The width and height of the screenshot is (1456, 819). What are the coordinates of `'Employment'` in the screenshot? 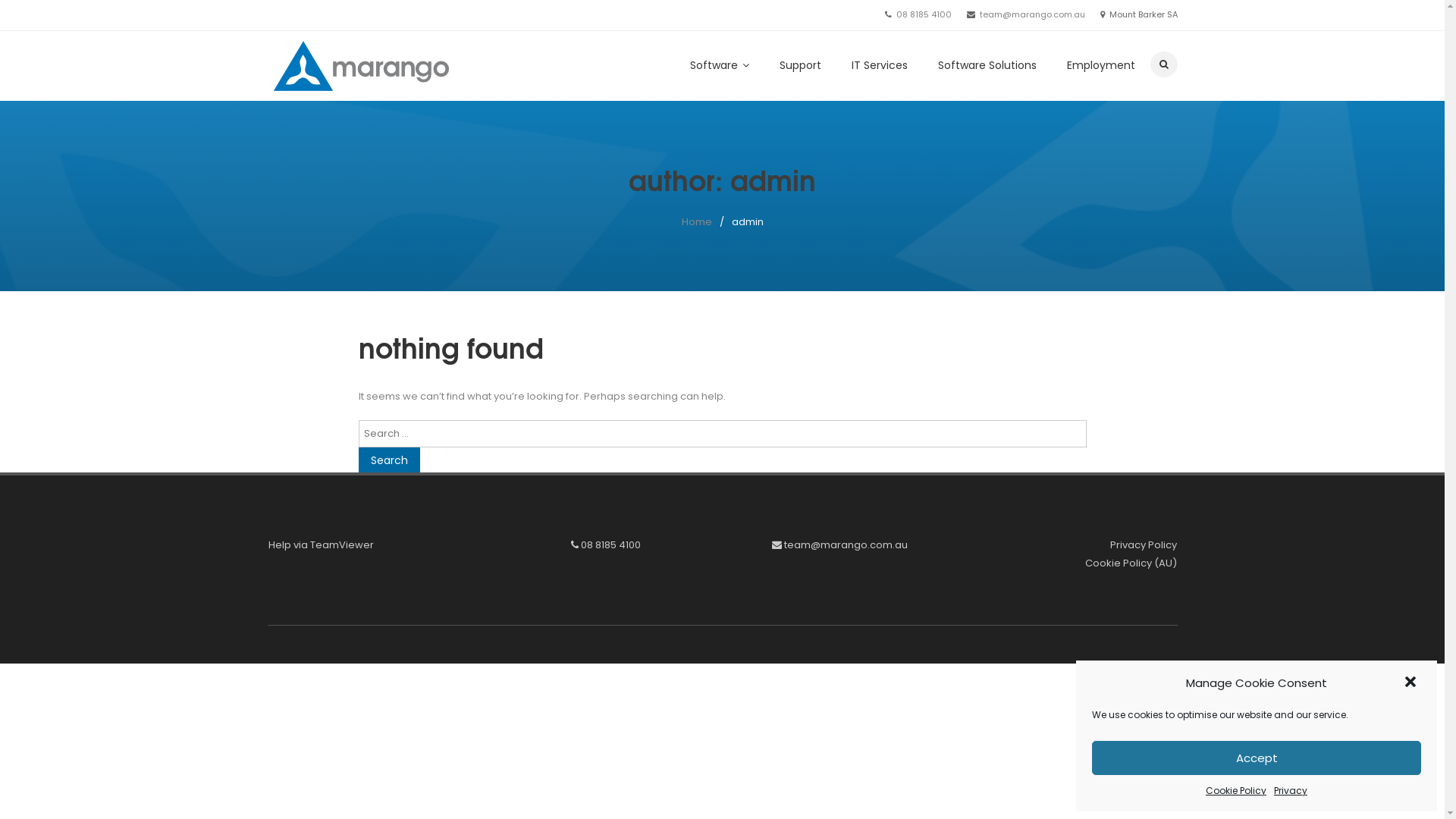 It's located at (1100, 64).